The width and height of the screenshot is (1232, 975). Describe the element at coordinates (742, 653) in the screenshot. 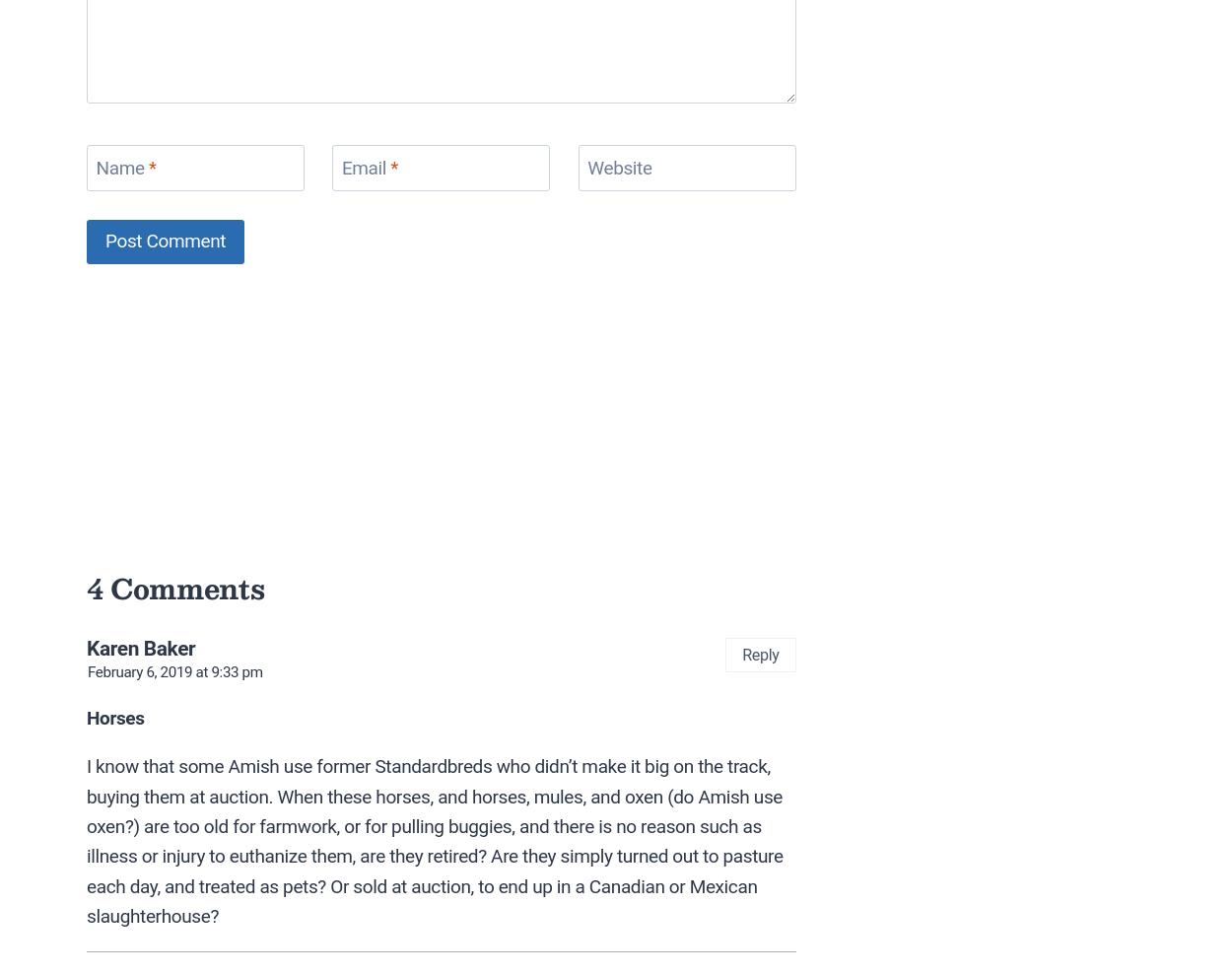

I see `'Reply'` at that location.